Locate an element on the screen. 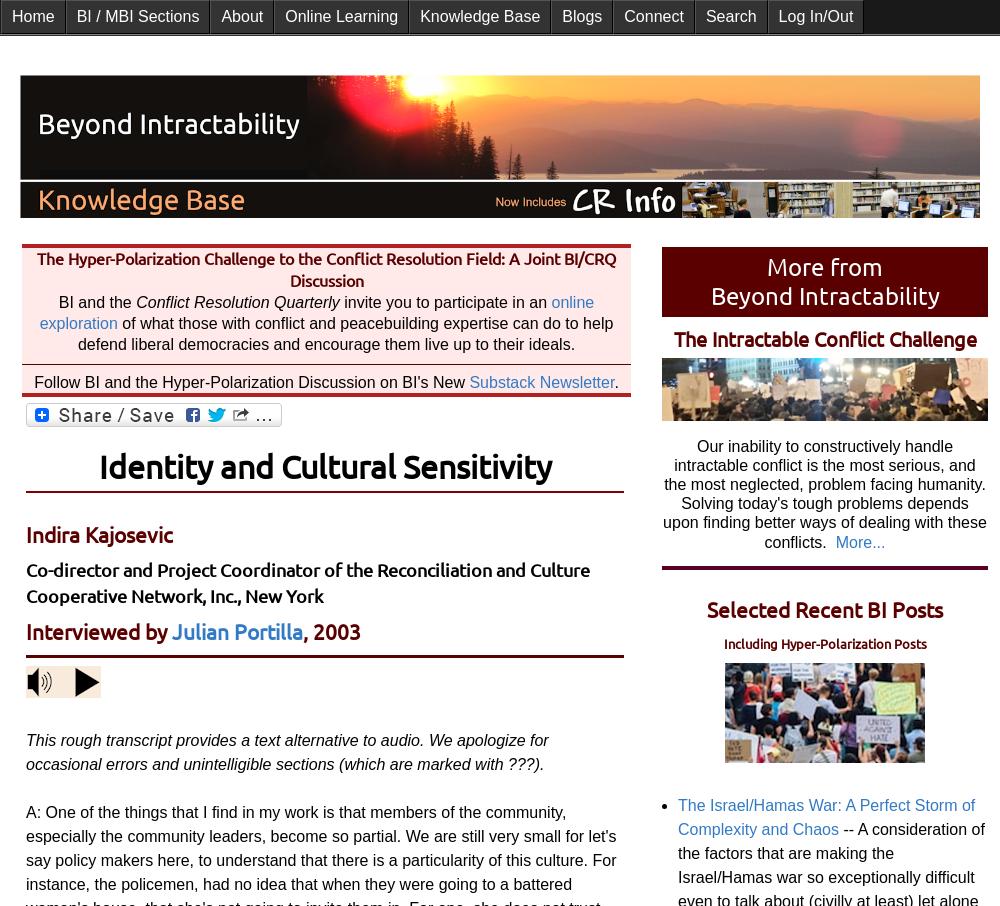  'invite you to participate in an' is located at coordinates (444, 301).